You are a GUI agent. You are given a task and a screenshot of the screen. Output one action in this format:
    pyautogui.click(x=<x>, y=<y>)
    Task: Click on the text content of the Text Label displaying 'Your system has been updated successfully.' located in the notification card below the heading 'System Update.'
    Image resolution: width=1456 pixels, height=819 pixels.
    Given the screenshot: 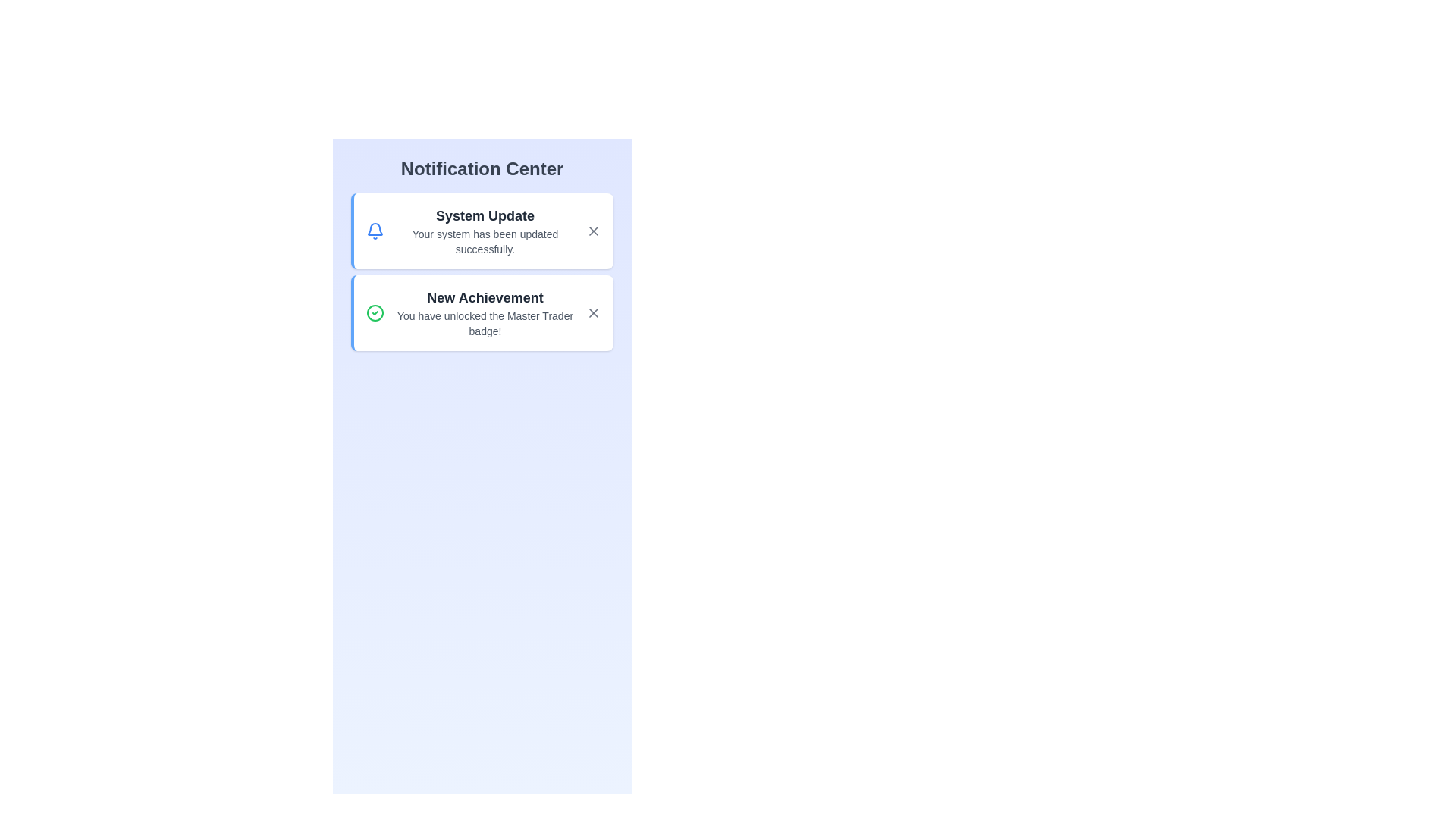 What is the action you would take?
    pyautogui.click(x=484, y=241)
    